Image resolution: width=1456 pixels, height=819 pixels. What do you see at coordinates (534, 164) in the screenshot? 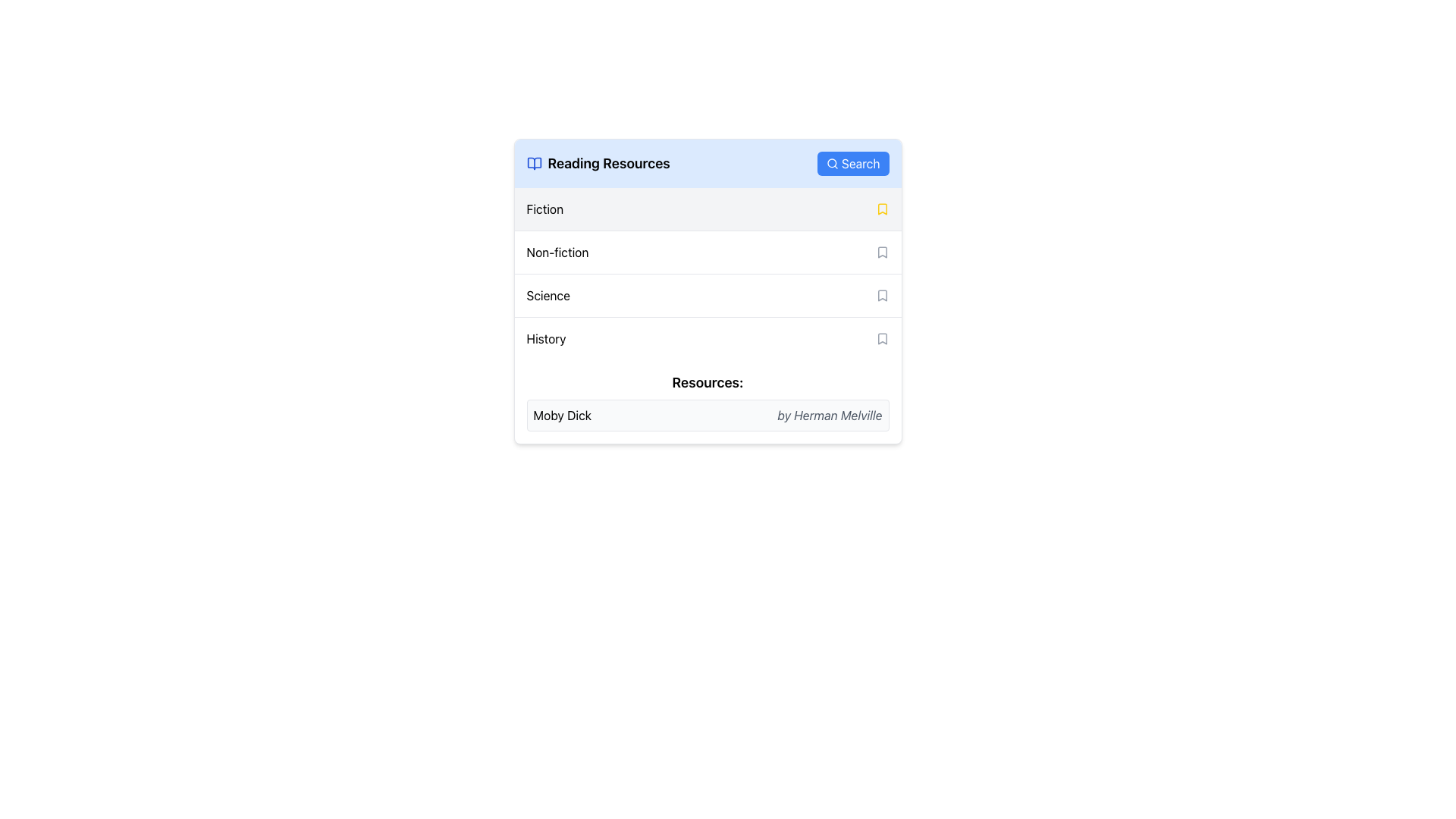
I see `properties of the decorative icon representing reading or books located in the header section of the 'Reading Resources' panel, positioned to the left of the text 'Reading Resources'` at bounding box center [534, 164].